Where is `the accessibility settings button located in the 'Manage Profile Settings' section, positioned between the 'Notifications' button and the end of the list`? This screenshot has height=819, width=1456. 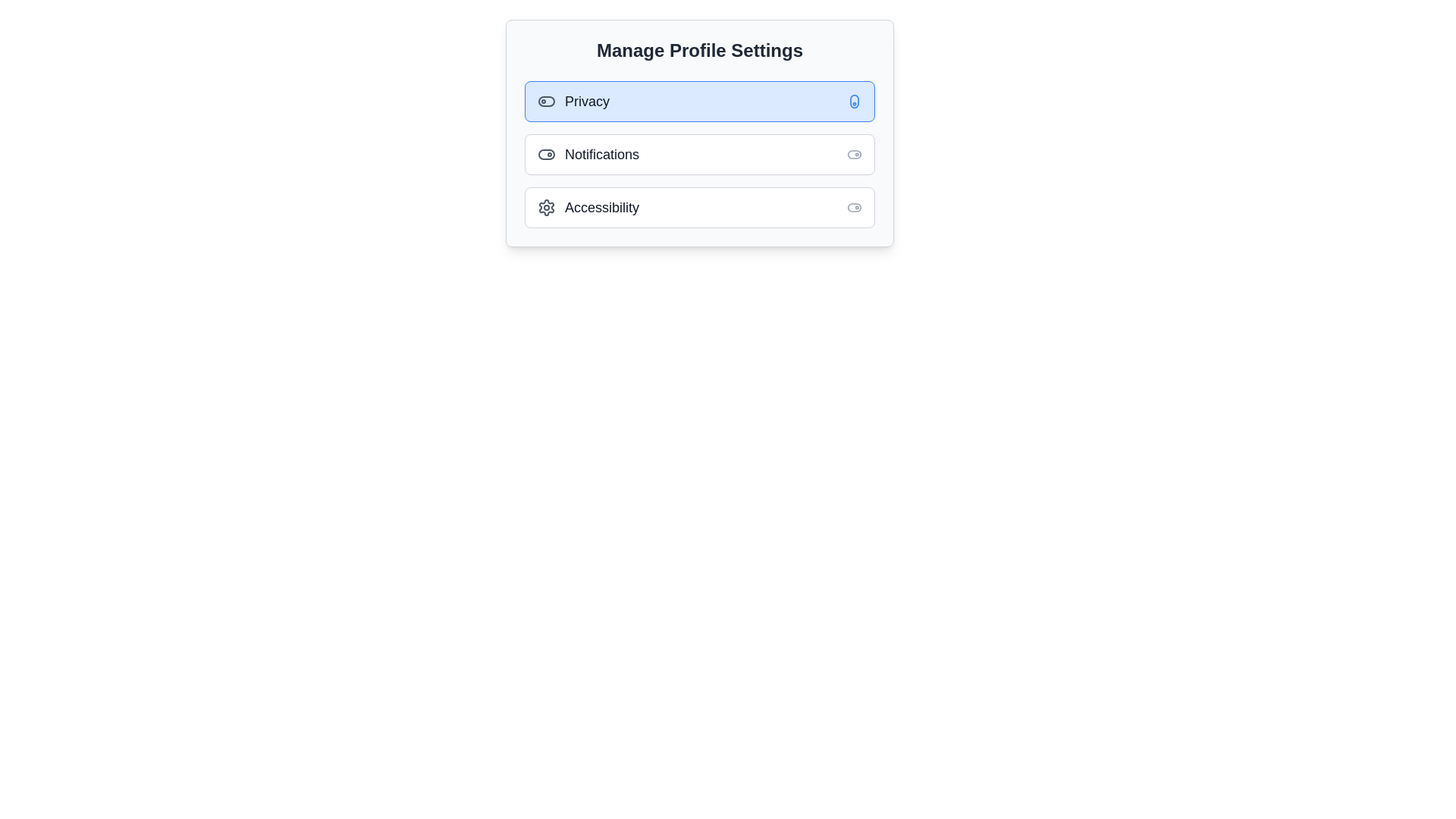
the accessibility settings button located in the 'Manage Profile Settings' section, positioned between the 'Notifications' button and the end of the list is located at coordinates (698, 207).